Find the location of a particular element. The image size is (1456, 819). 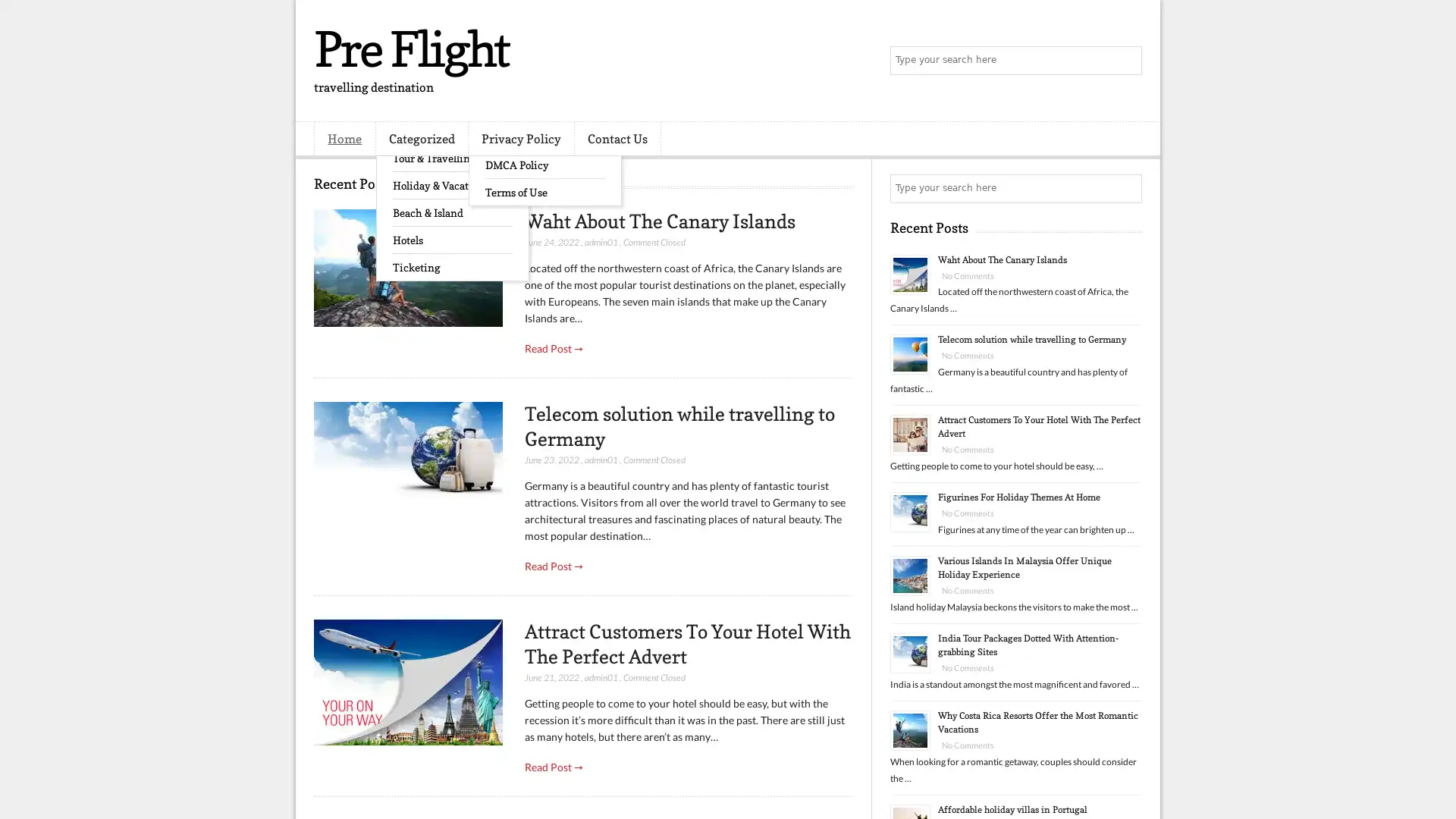

Search is located at coordinates (1126, 61).